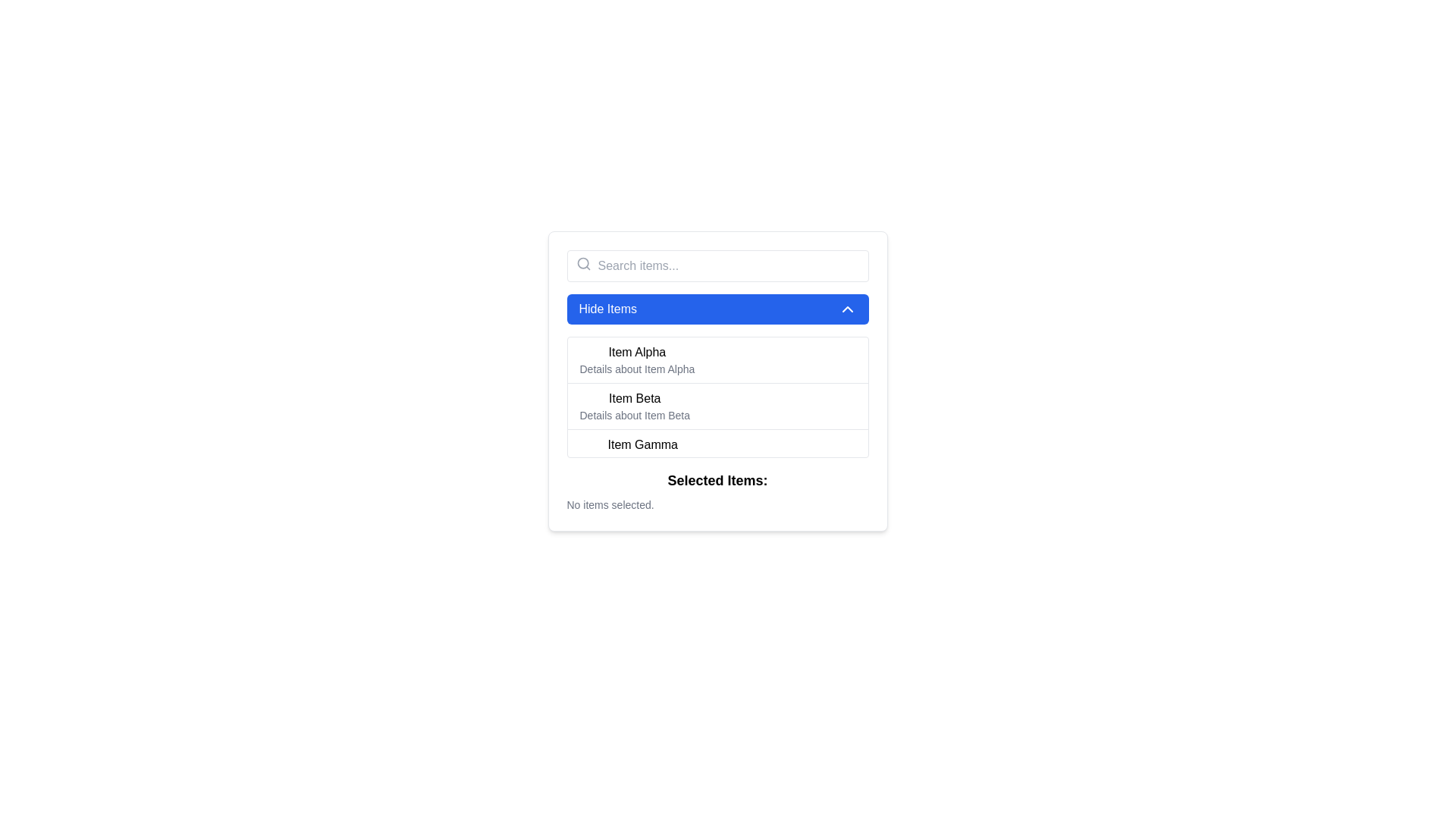 The width and height of the screenshot is (1456, 819). Describe the element at coordinates (717, 480) in the screenshot. I see `the bold and enlarged text label displaying 'Selected Items:' which is located above the phrase 'No items selected.'` at that location.